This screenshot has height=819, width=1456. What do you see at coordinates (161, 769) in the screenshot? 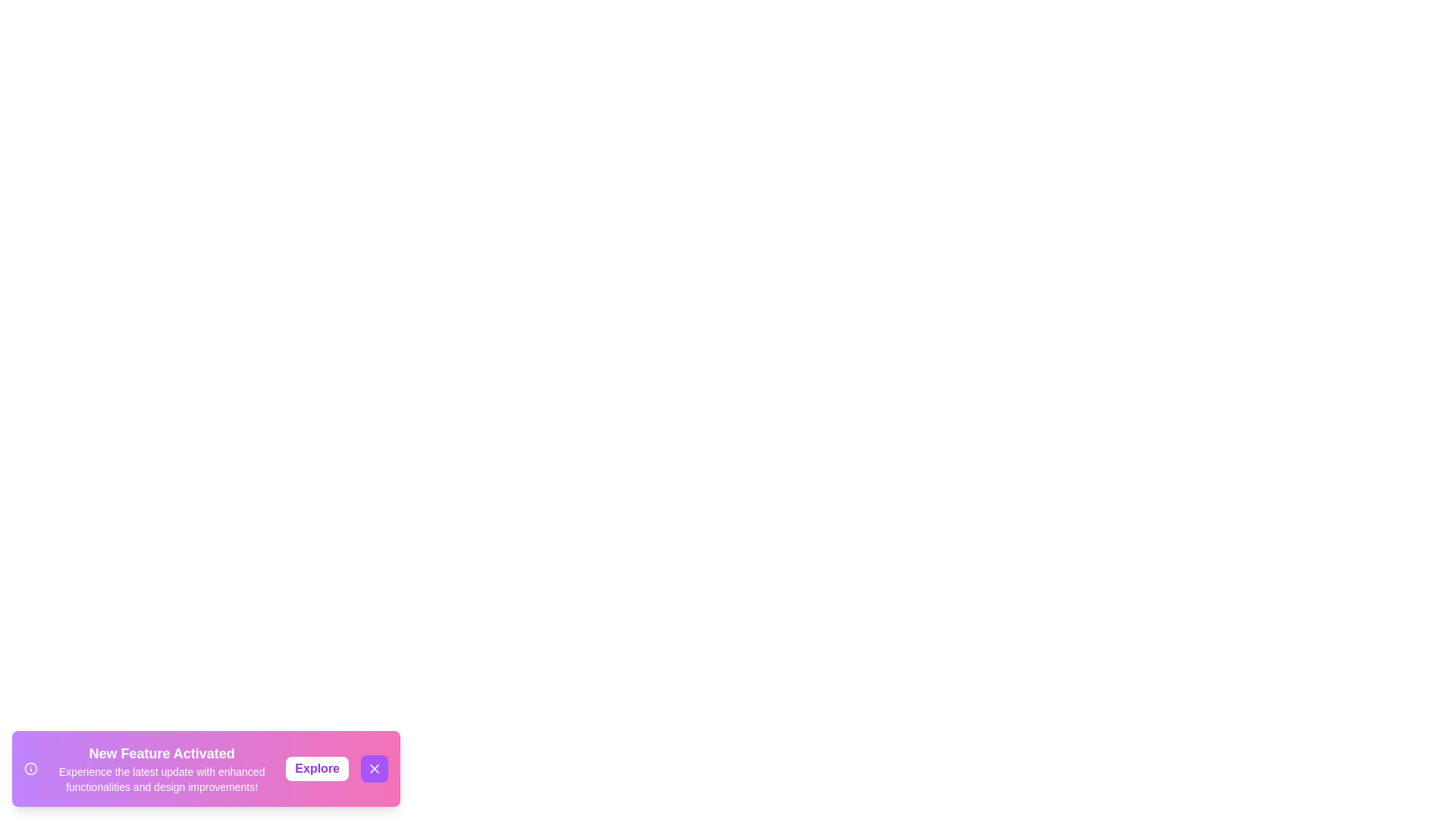
I see `the text to select it` at bounding box center [161, 769].